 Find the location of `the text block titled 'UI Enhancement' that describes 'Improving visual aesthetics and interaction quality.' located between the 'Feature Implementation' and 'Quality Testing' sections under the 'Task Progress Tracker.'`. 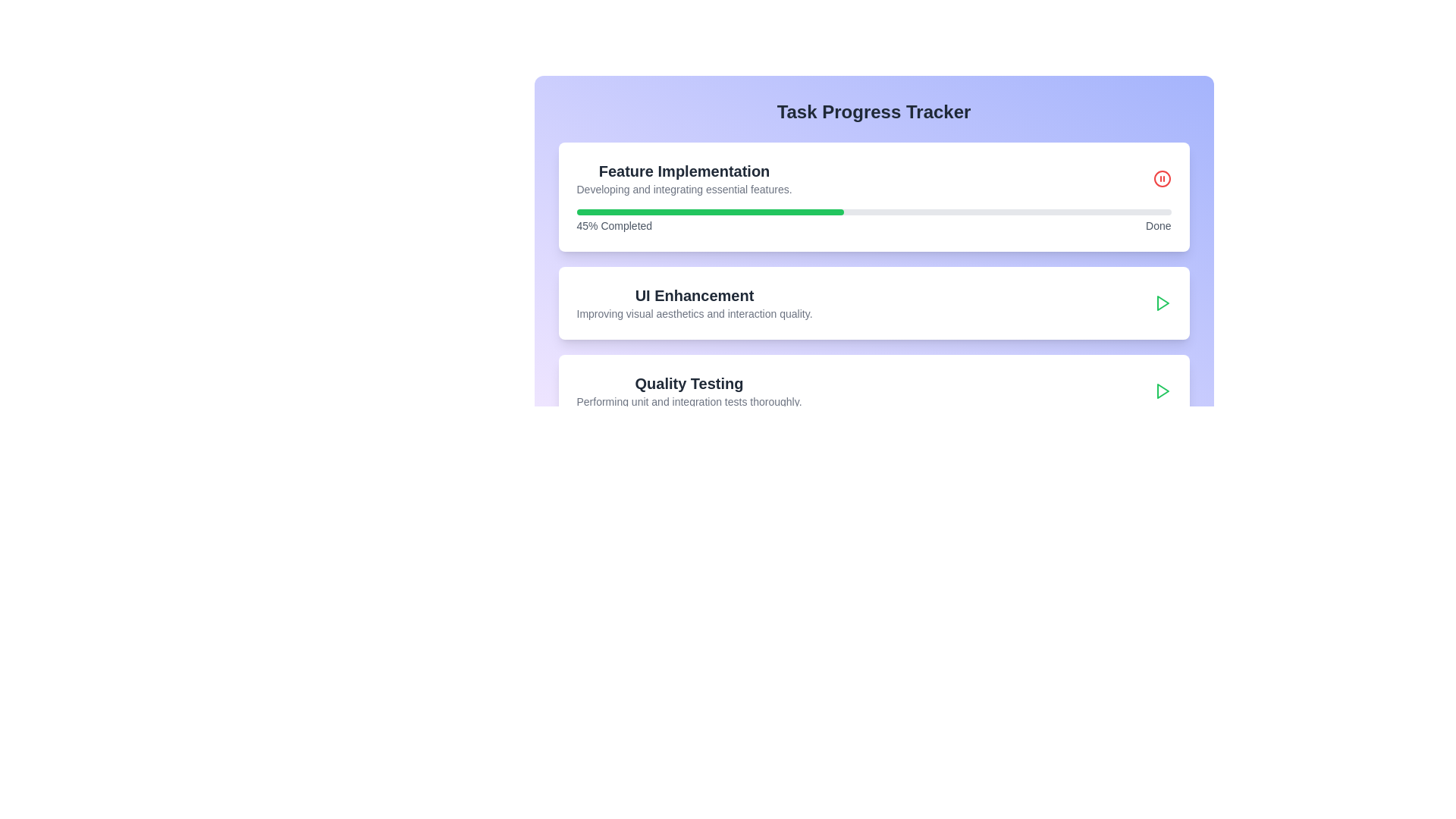

the text block titled 'UI Enhancement' that describes 'Improving visual aesthetics and interaction quality.' located between the 'Feature Implementation' and 'Quality Testing' sections under the 'Task Progress Tracker.' is located at coordinates (694, 303).